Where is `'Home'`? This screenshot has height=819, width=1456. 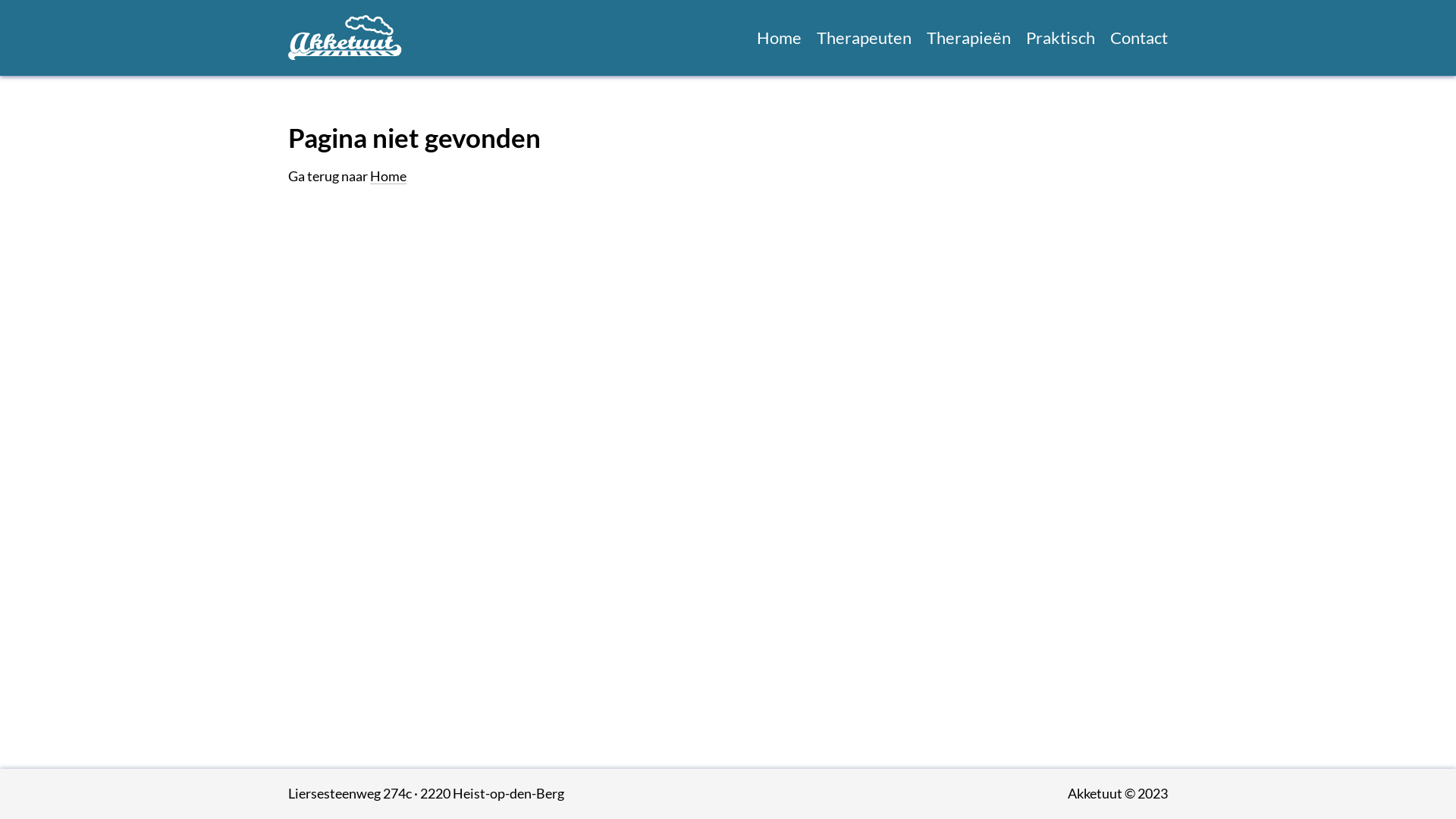 'Home' is located at coordinates (388, 175).